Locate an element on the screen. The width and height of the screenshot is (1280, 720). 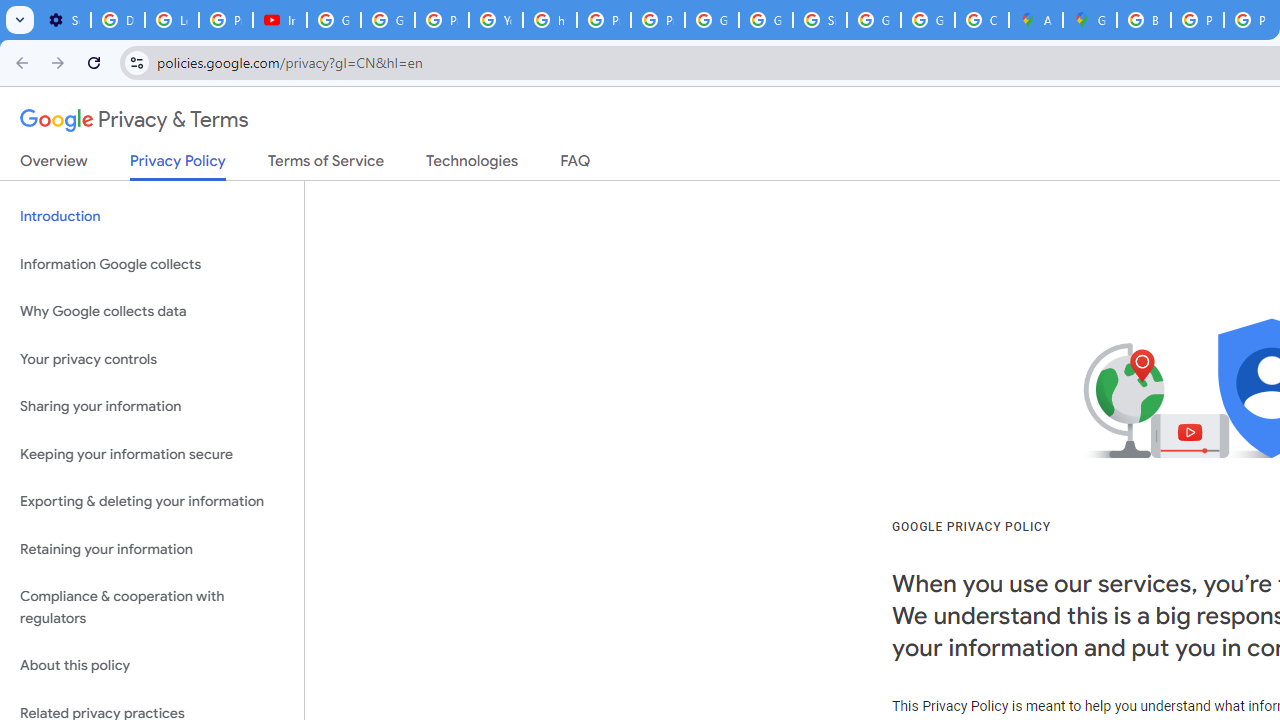
'Compliance & cooperation with regulators' is located at coordinates (151, 607).